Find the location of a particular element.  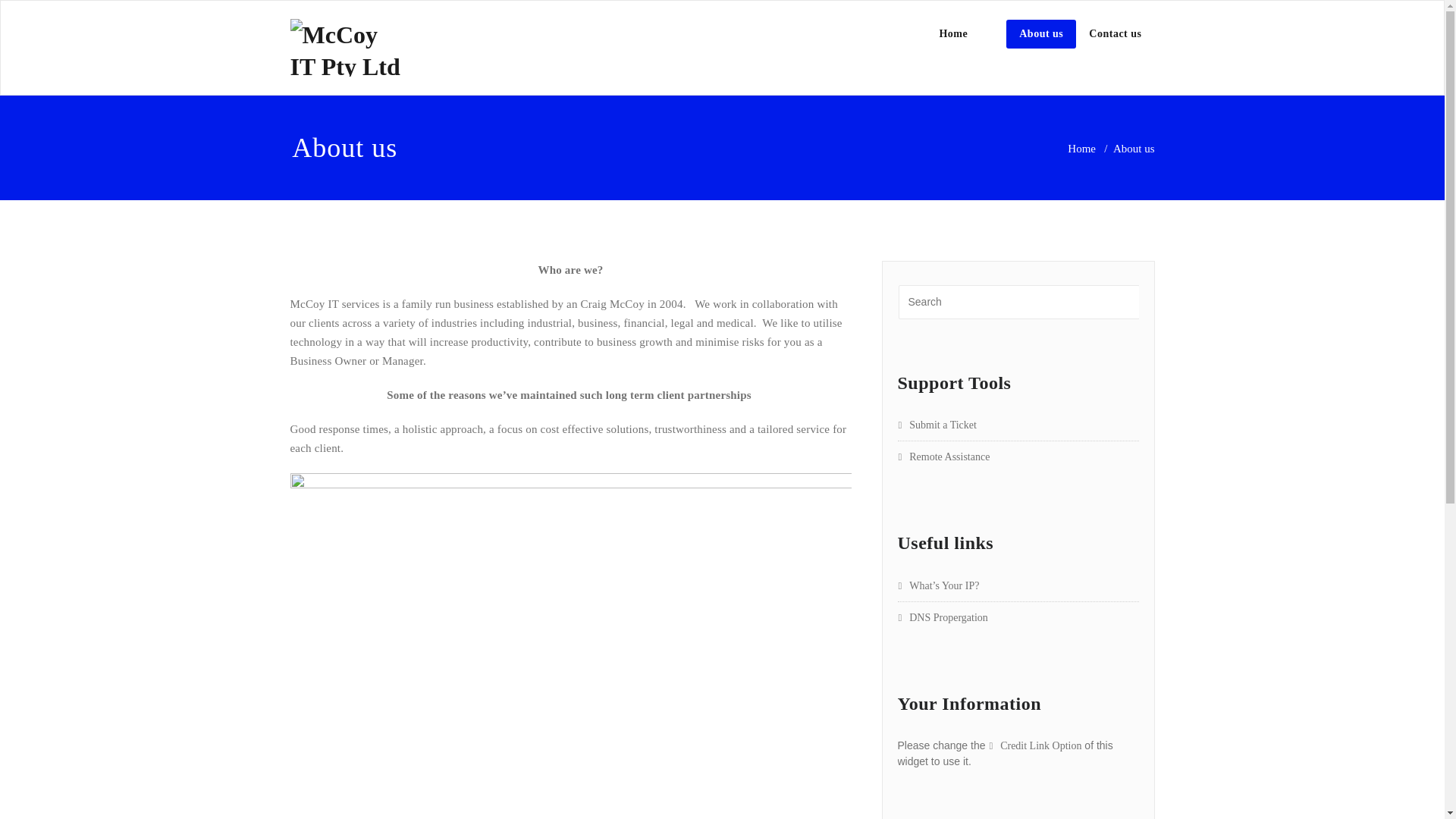

'Submit a Ticket' is located at coordinates (937, 425).